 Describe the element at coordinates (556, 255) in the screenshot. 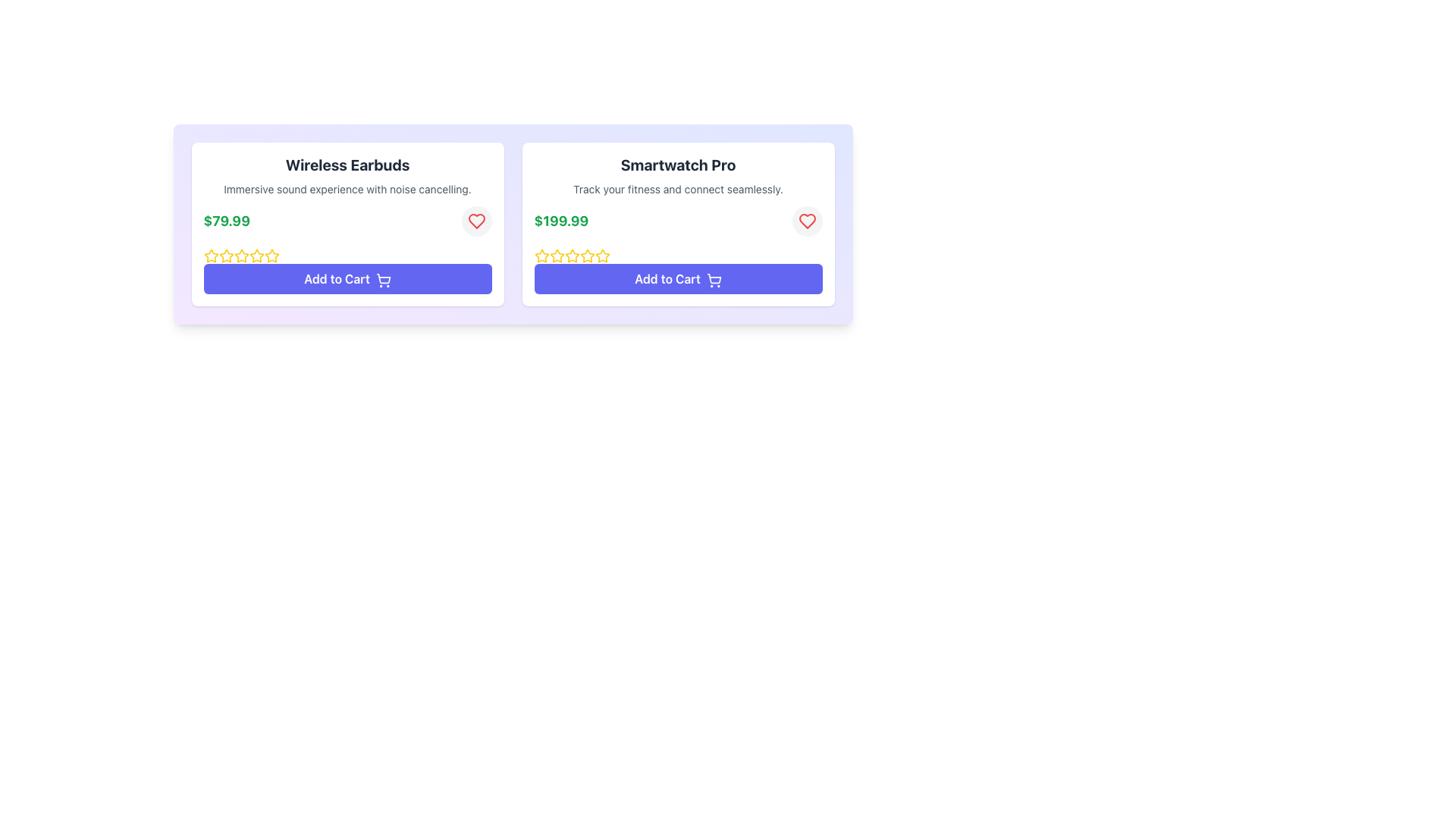

I see `the first rating star for the 'Smartwatch Pro' located under its price in the second product card` at that location.